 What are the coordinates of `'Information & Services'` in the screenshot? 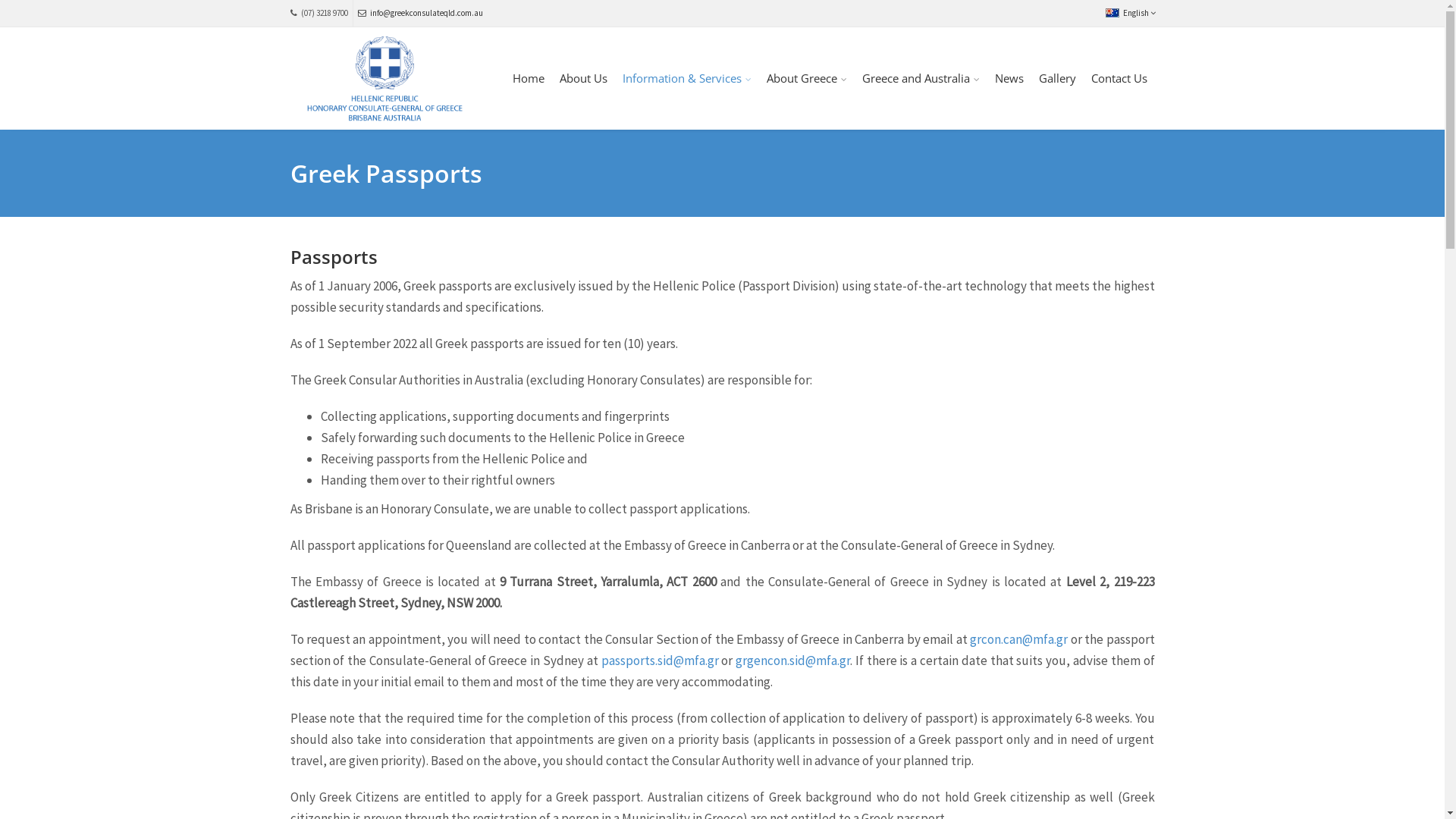 It's located at (686, 78).